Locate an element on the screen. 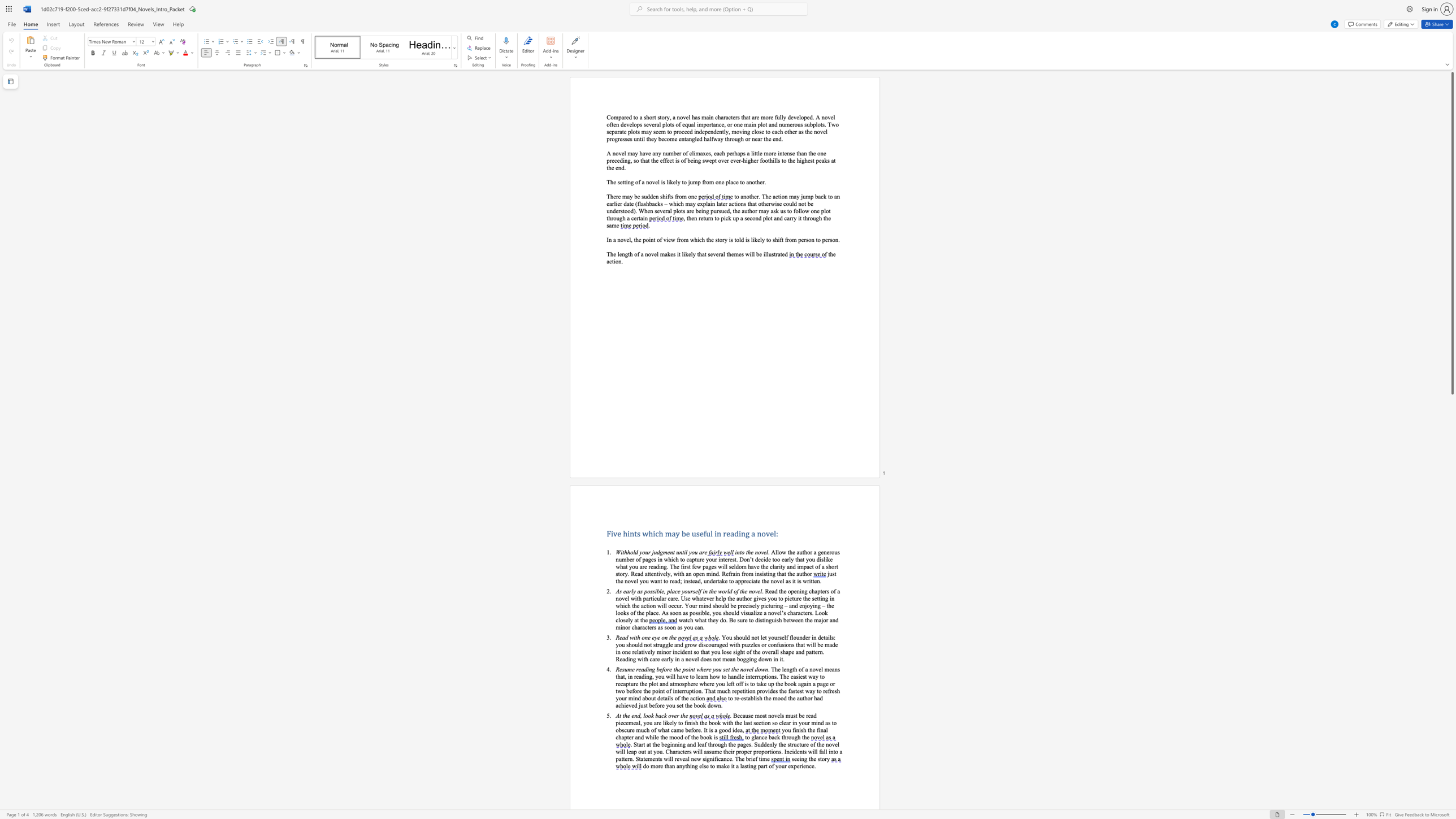 This screenshot has width=1456, height=819. the subset text "ee" within the text "seeing the story" is located at coordinates (794, 759).